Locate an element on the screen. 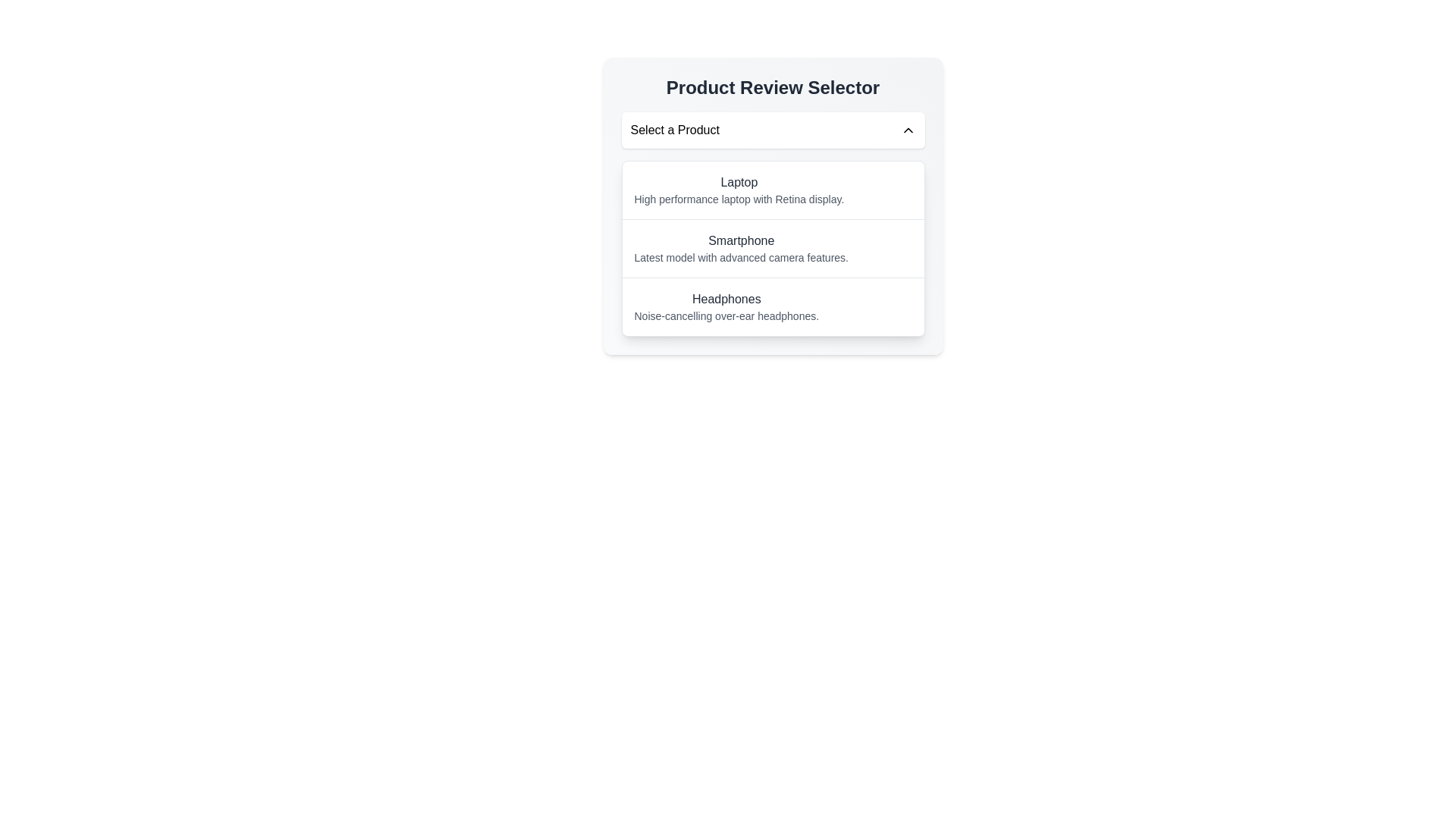  the second item in the product list titled 'Smartphone' is located at coordinates (741, 247).